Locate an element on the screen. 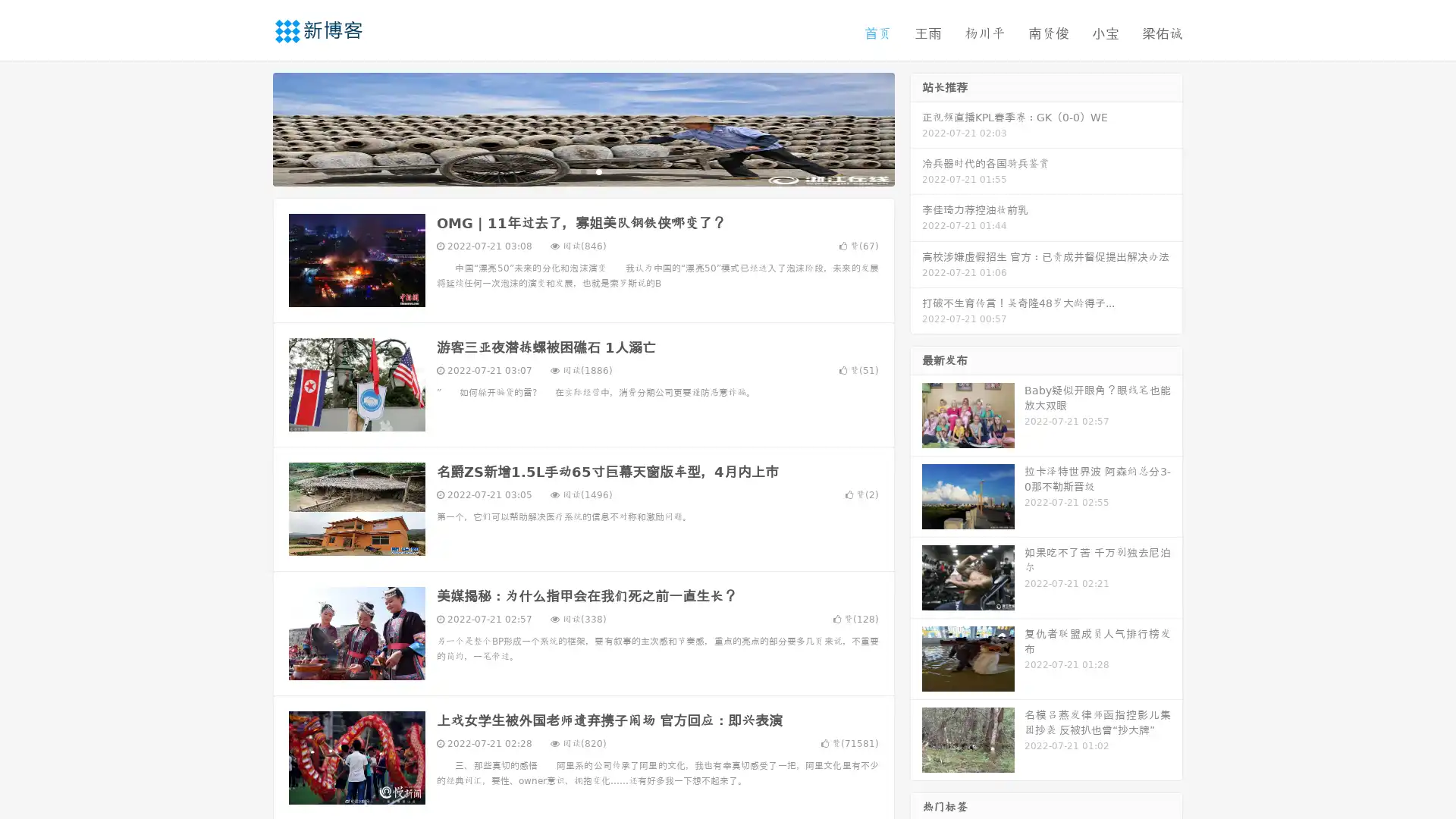  Next slide is located at coordinates (916, 127).